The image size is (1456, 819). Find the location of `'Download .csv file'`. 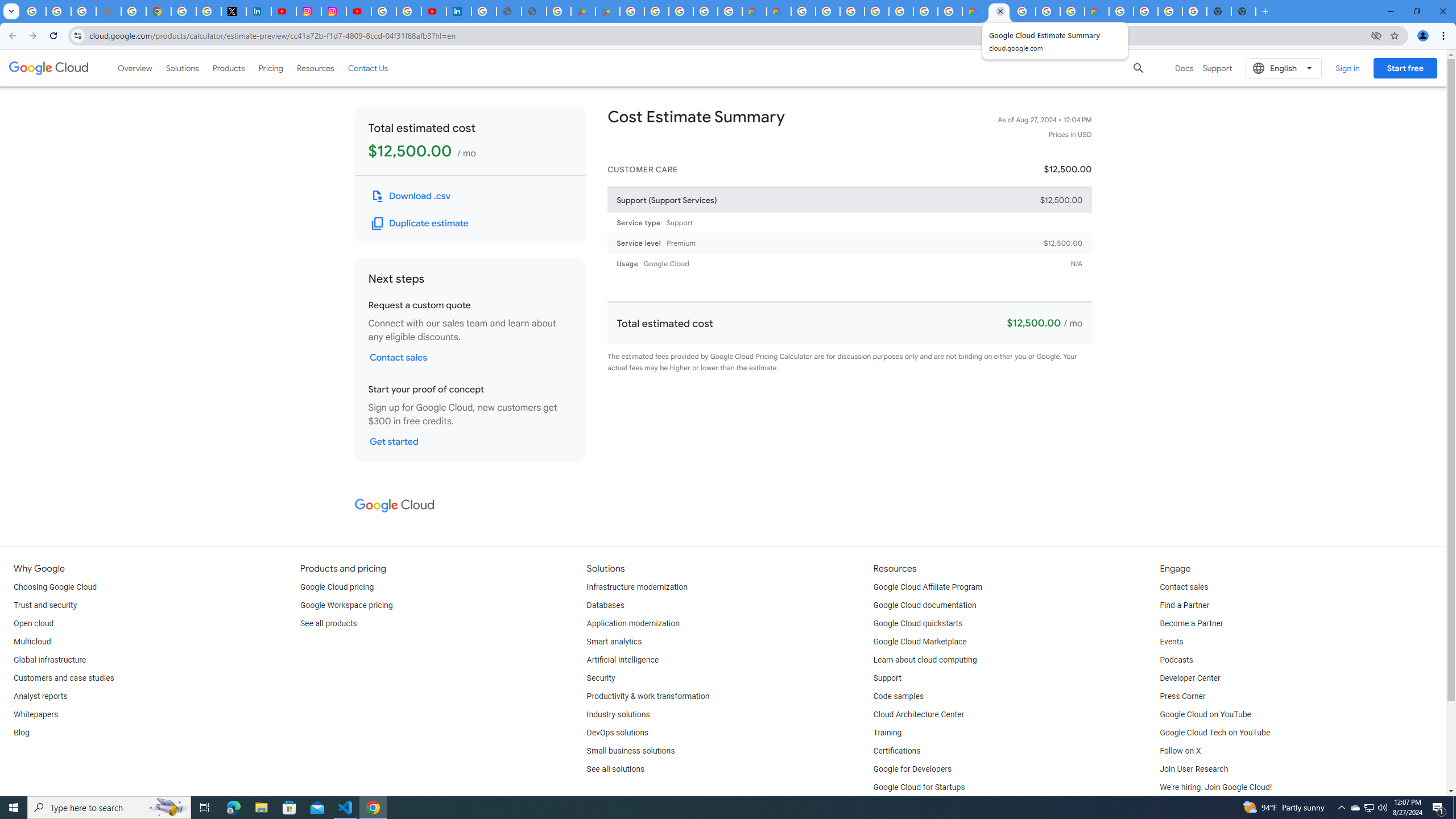

'Download .csv file' is located at coordinates (411, 196).